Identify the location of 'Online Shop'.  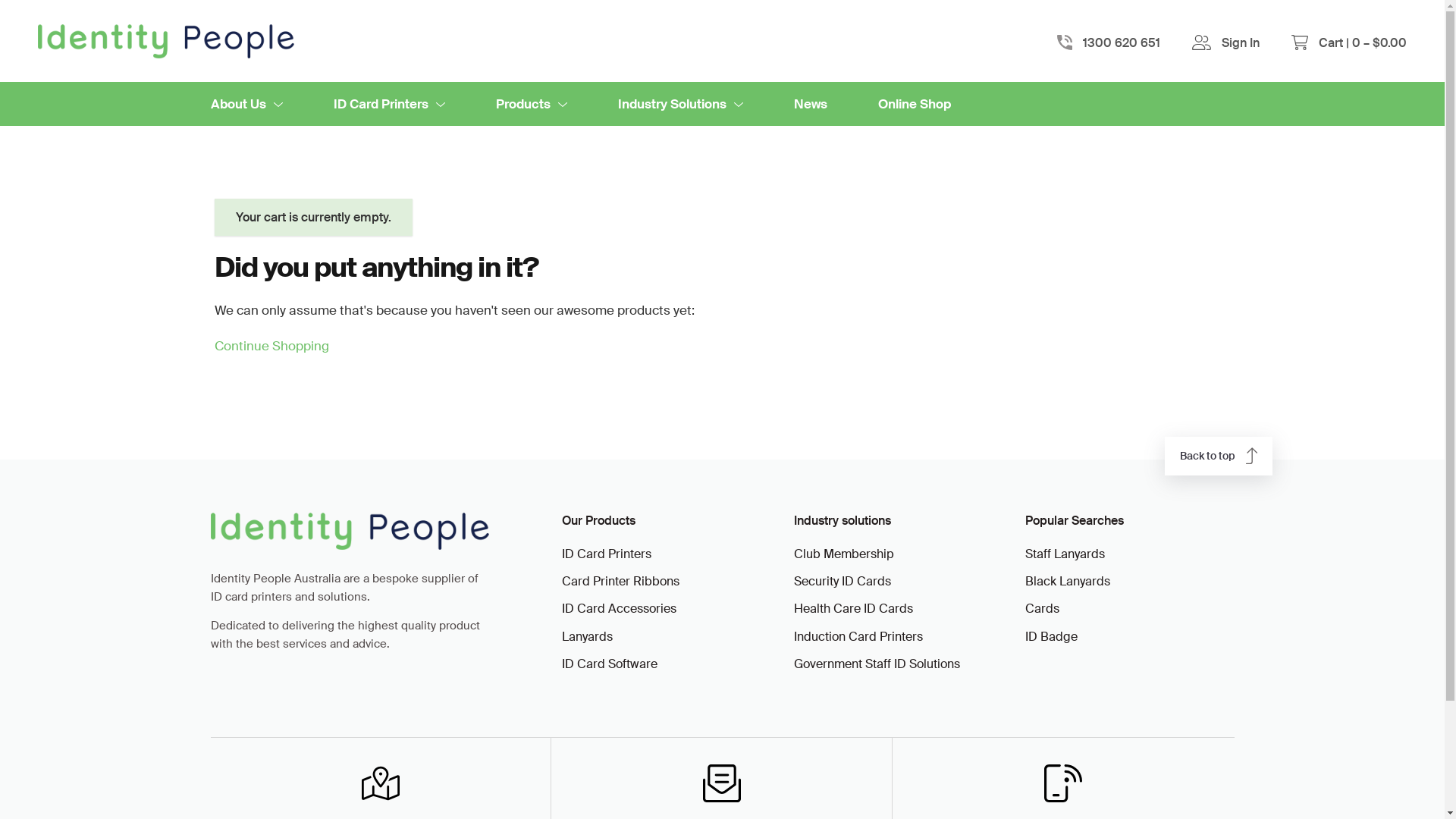
(913, 103).